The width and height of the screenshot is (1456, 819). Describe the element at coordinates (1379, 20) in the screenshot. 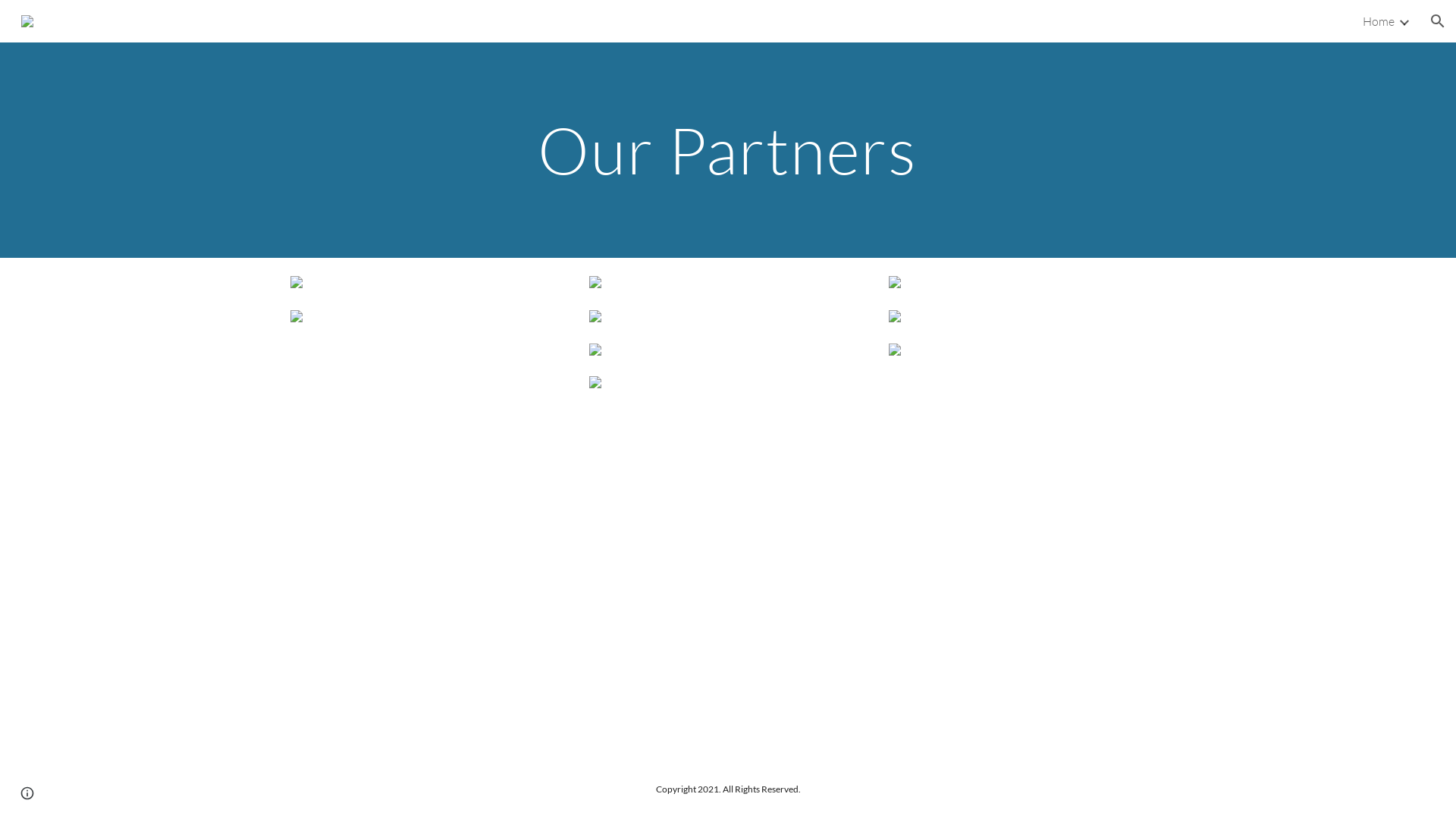

I see `'Home'` at that location.